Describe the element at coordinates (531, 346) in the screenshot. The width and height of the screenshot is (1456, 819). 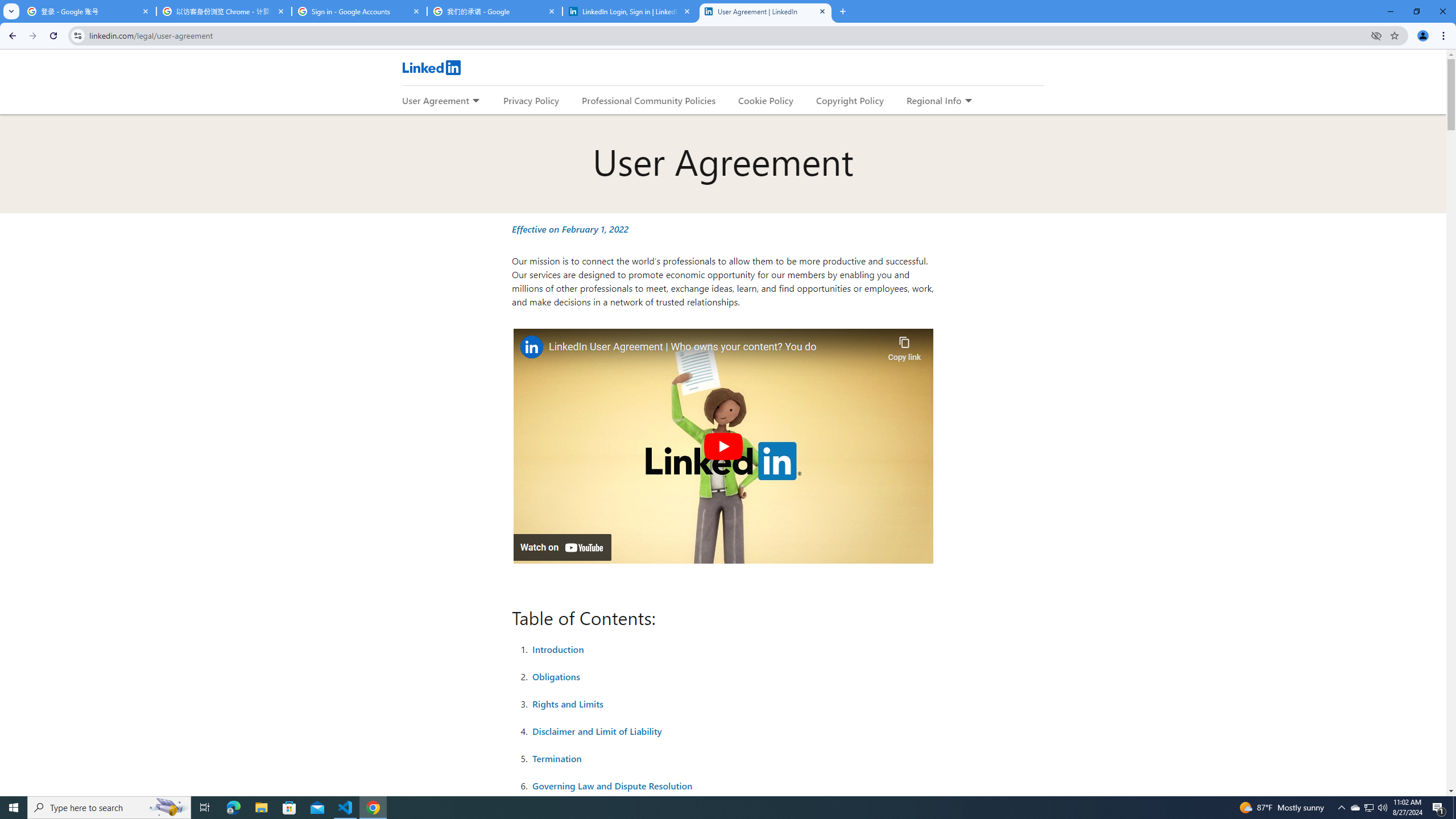
I see `'Photo image of LinkedIn'` at that location.